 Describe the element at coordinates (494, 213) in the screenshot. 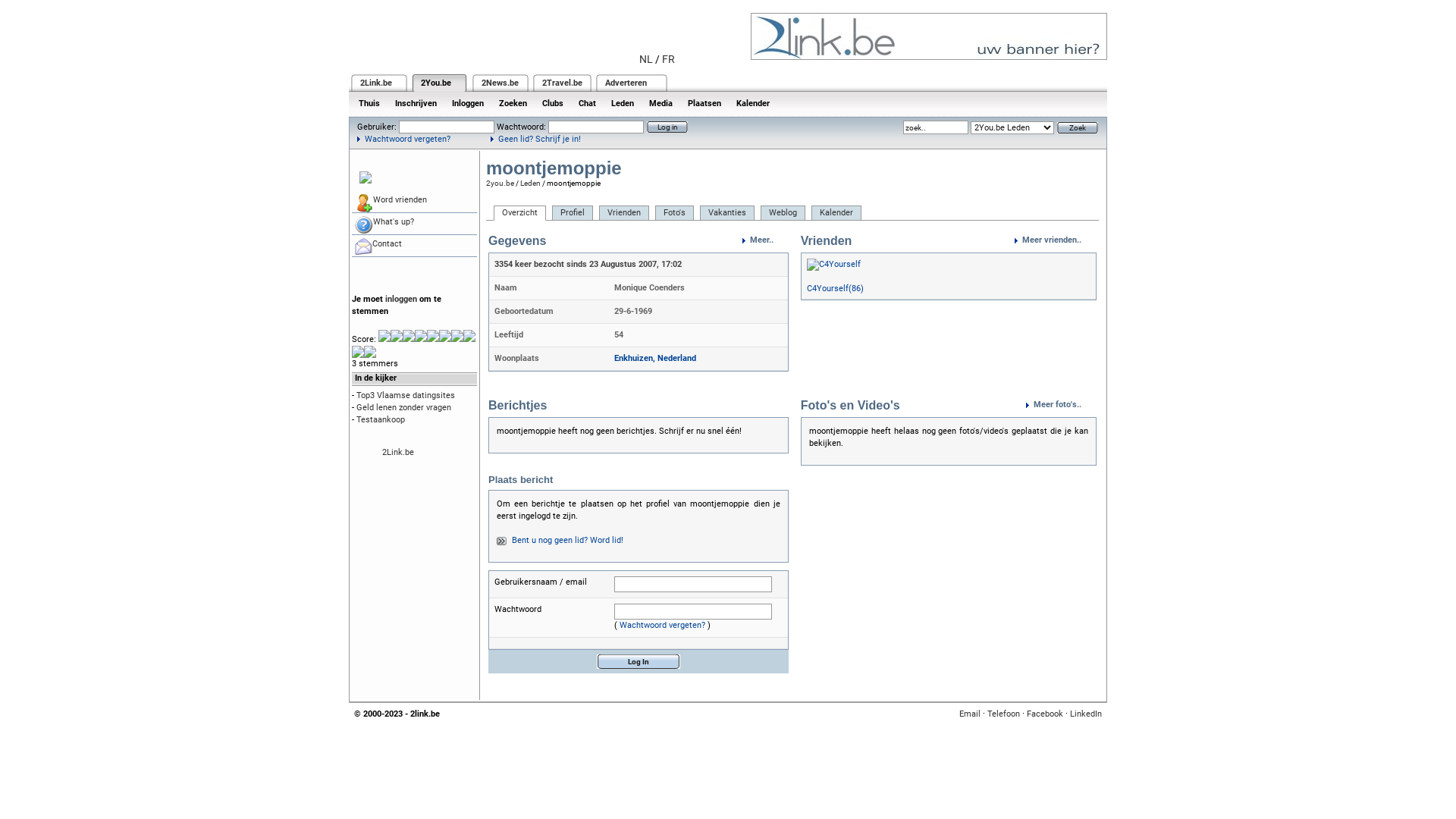

I see `'Overzicht'` at that location.